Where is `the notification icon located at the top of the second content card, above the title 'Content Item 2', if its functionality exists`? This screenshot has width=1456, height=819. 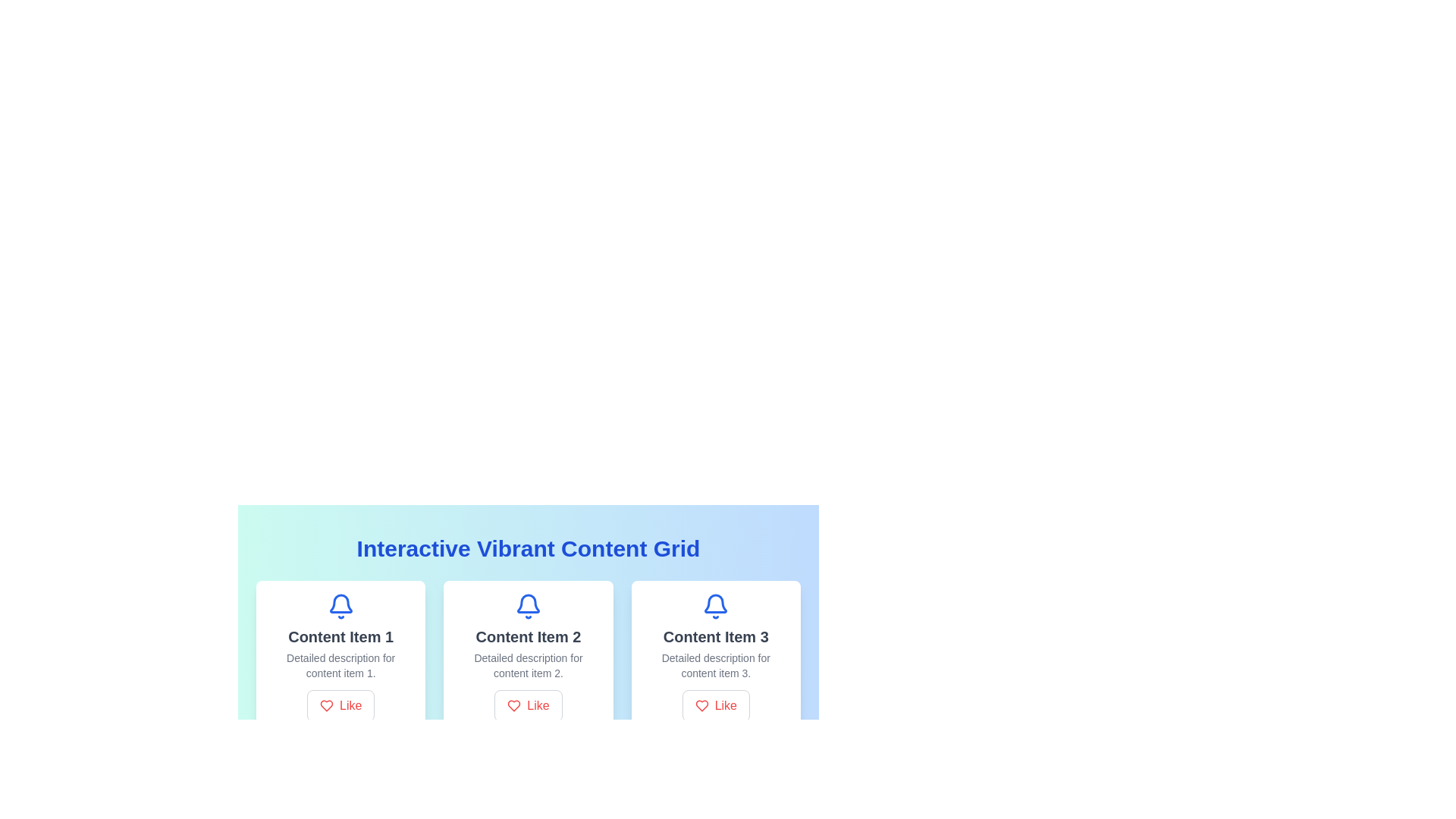
the notification icon located at the top of the second content card, above the title 'Content Item 2', if its functionality exists is located at coordinates (528, 603).